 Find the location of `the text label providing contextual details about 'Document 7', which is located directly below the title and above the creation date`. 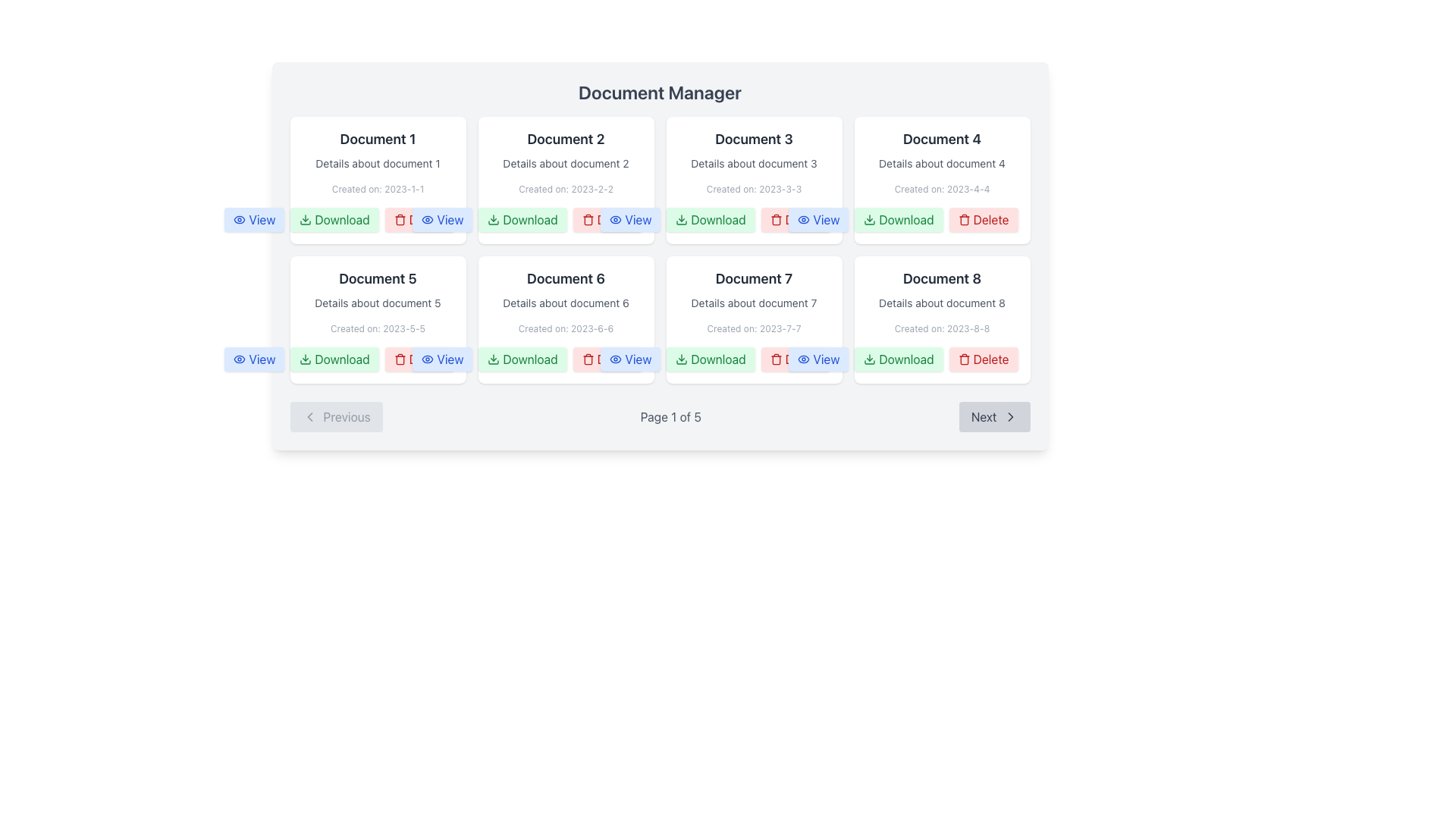

the text label providing contextual details about 'Document 7', which is located directly below the title and above the creation date is located at coordinates (754, 303).